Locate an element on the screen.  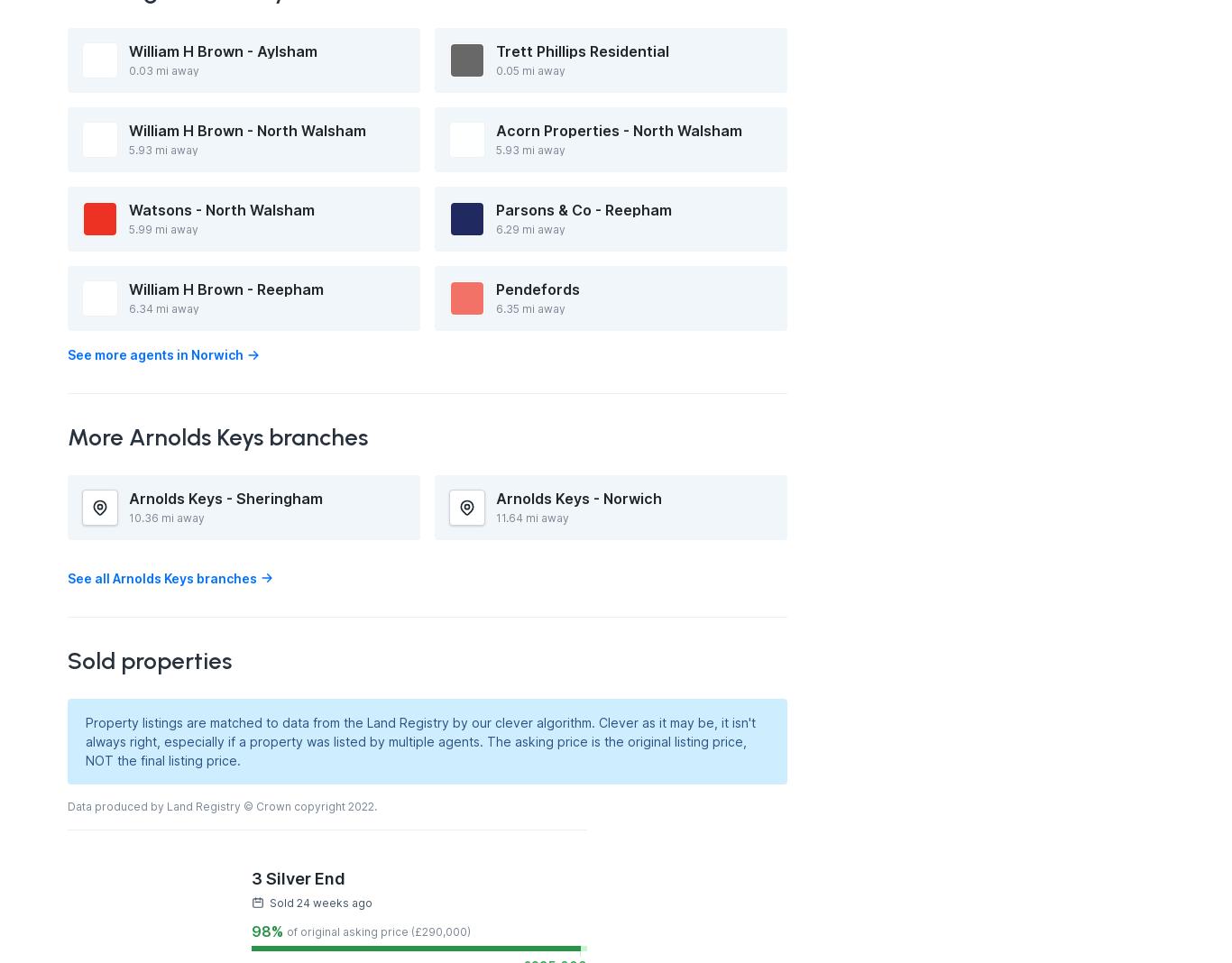
'of original asking price (£' is located at coordinates (353, 931).